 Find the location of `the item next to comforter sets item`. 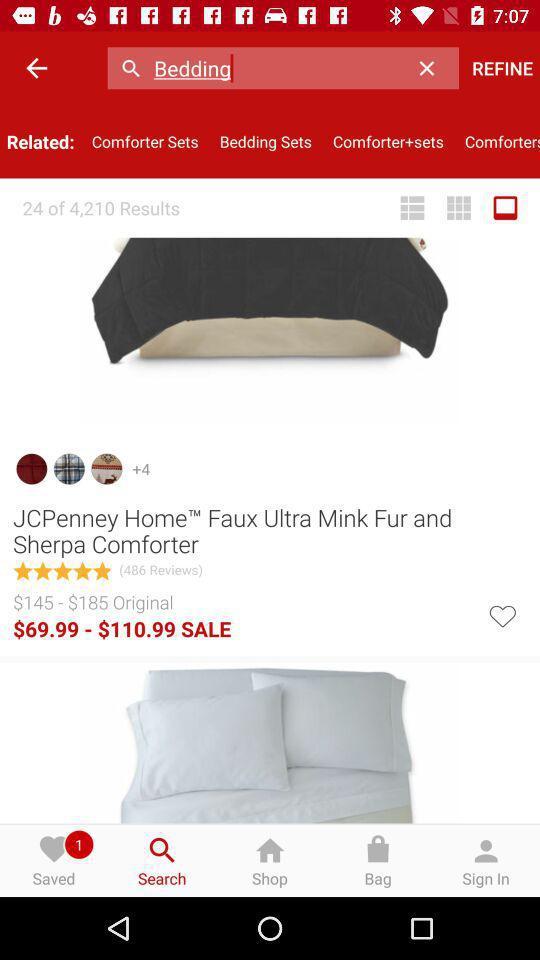

the item next to comforter sets item is located at coordinates (265, 140).